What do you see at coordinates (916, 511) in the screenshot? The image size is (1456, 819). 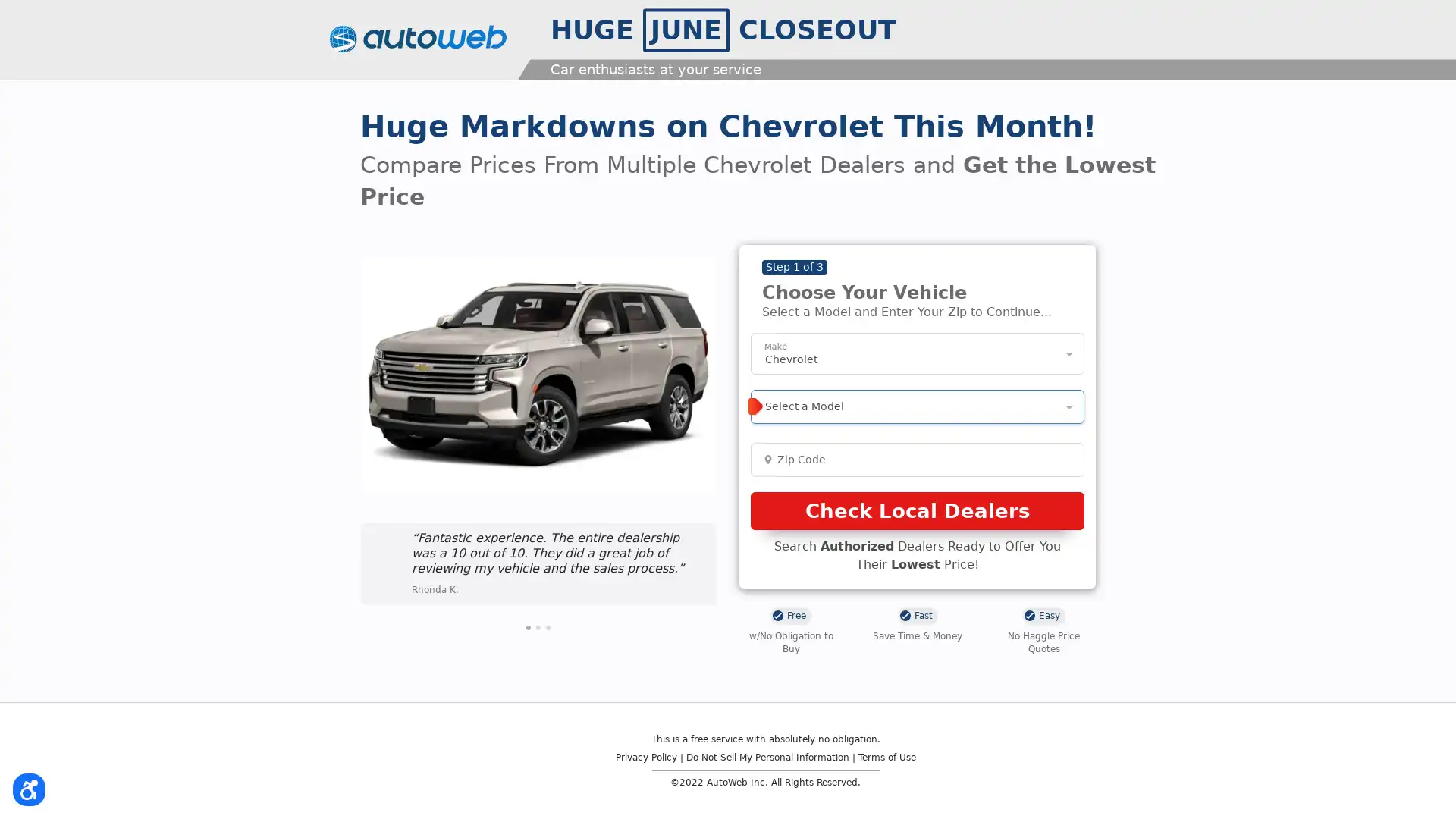 I see `Check Local Dealers` at bounding box center [916, 511].